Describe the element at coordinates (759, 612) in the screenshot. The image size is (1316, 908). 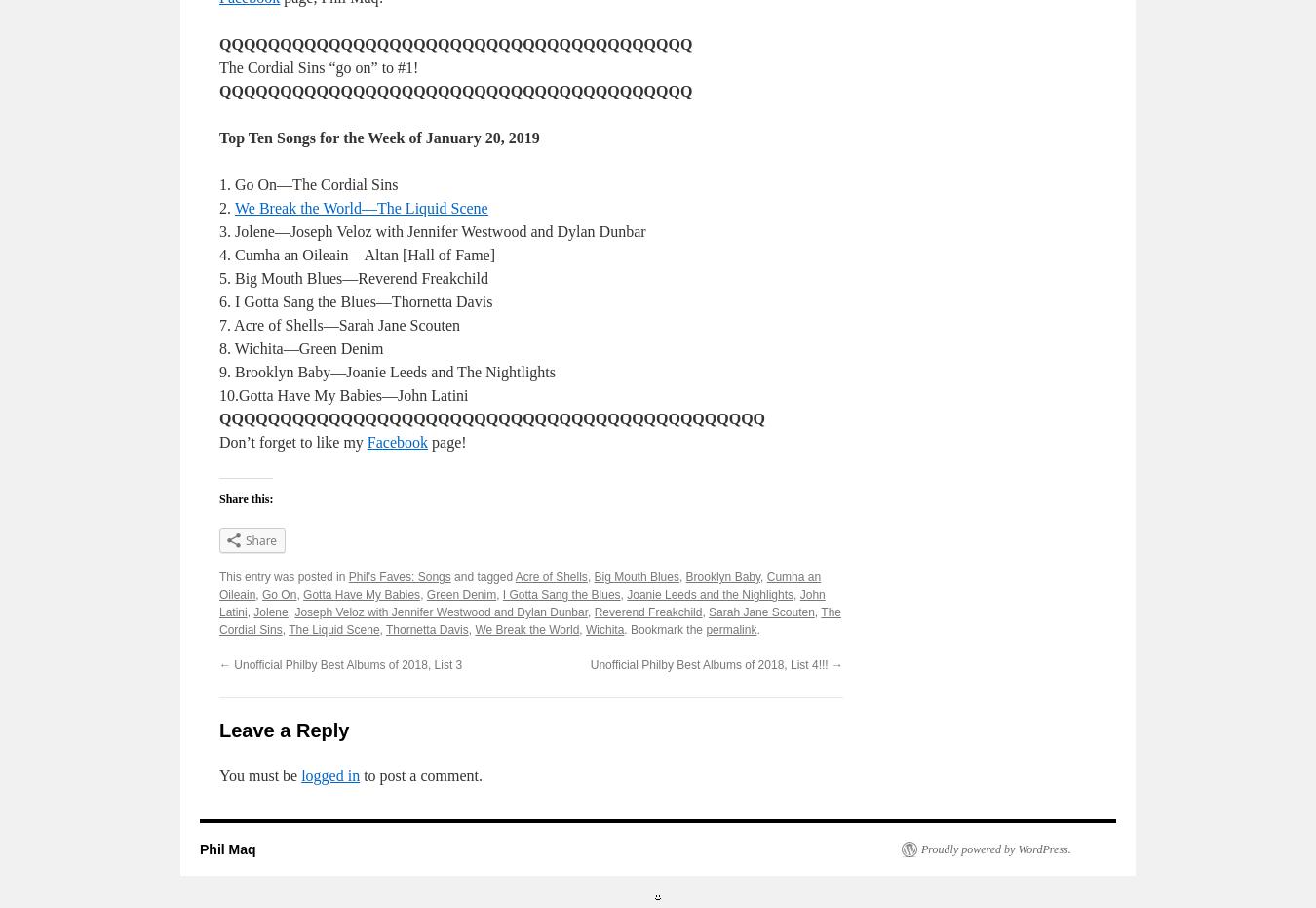
I see `'Sarah Jane Scouten'` at that location.